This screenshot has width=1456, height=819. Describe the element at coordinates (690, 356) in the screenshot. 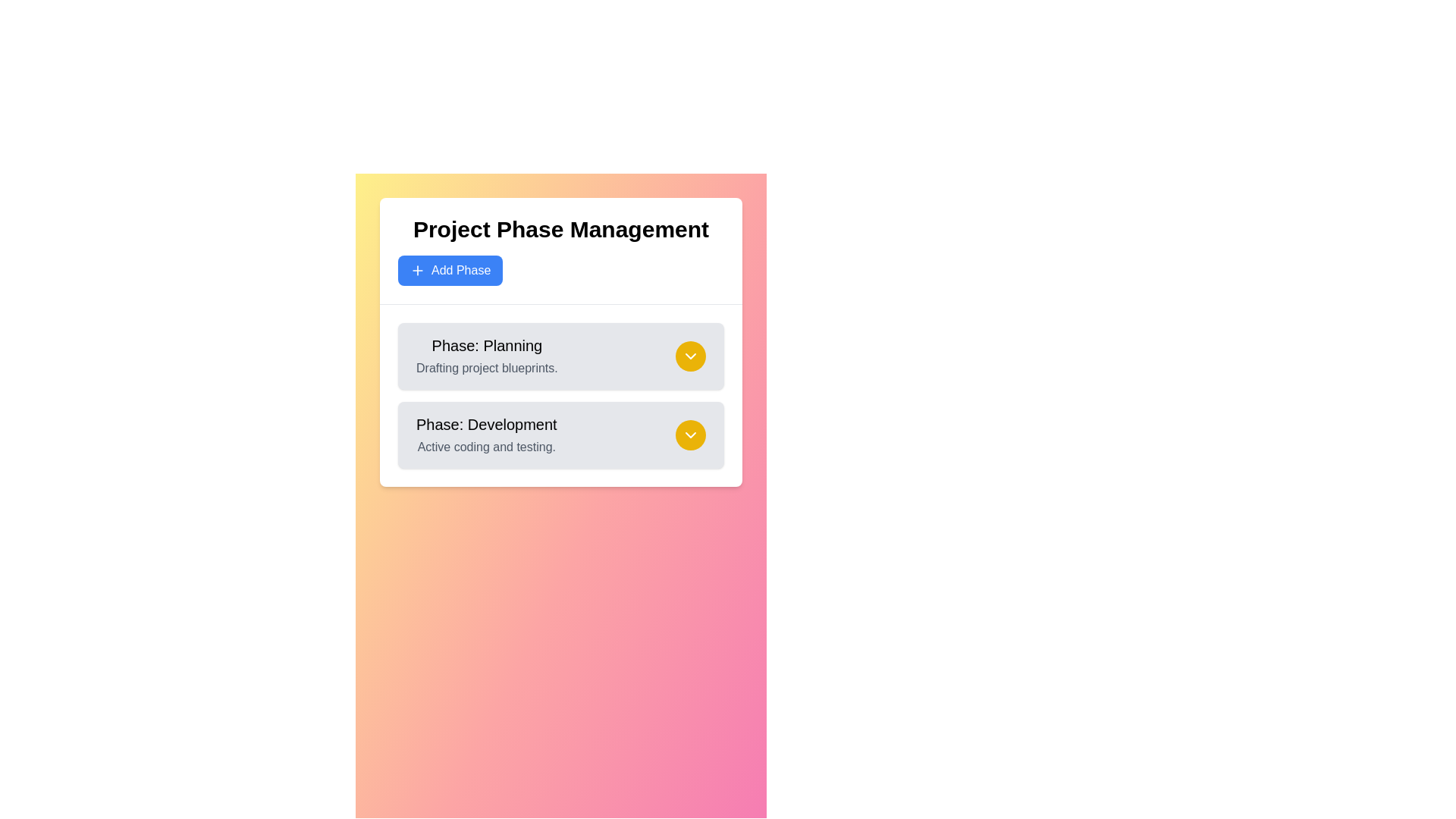

I see `the circular yellow button icon that reveals additional options related to 'Phase: Development'` at that location.